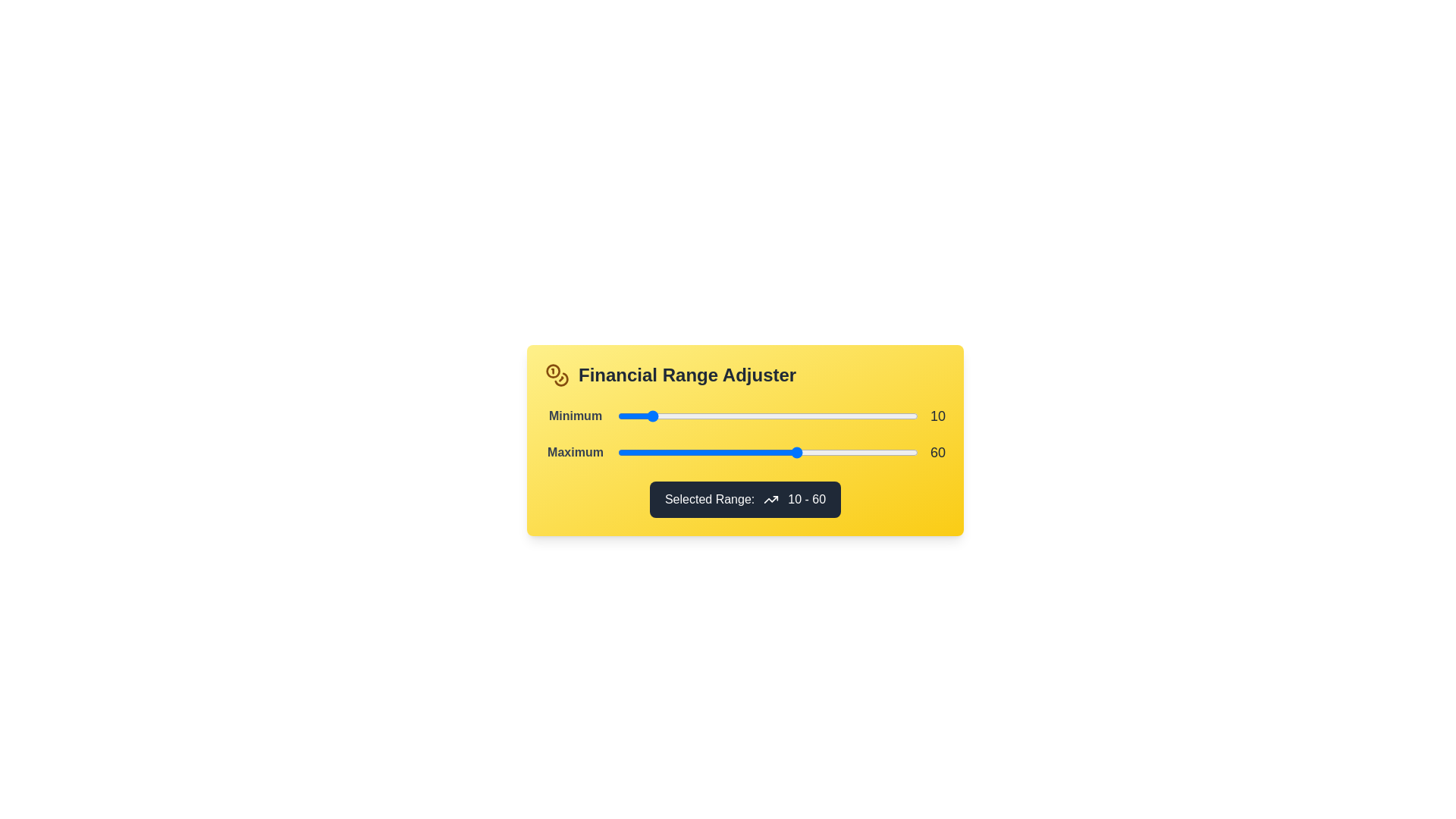  Describe the element at coordinates (875, 416) in the screenshot. I see `the 'Minimum' slider to 86 within its range` at that location.